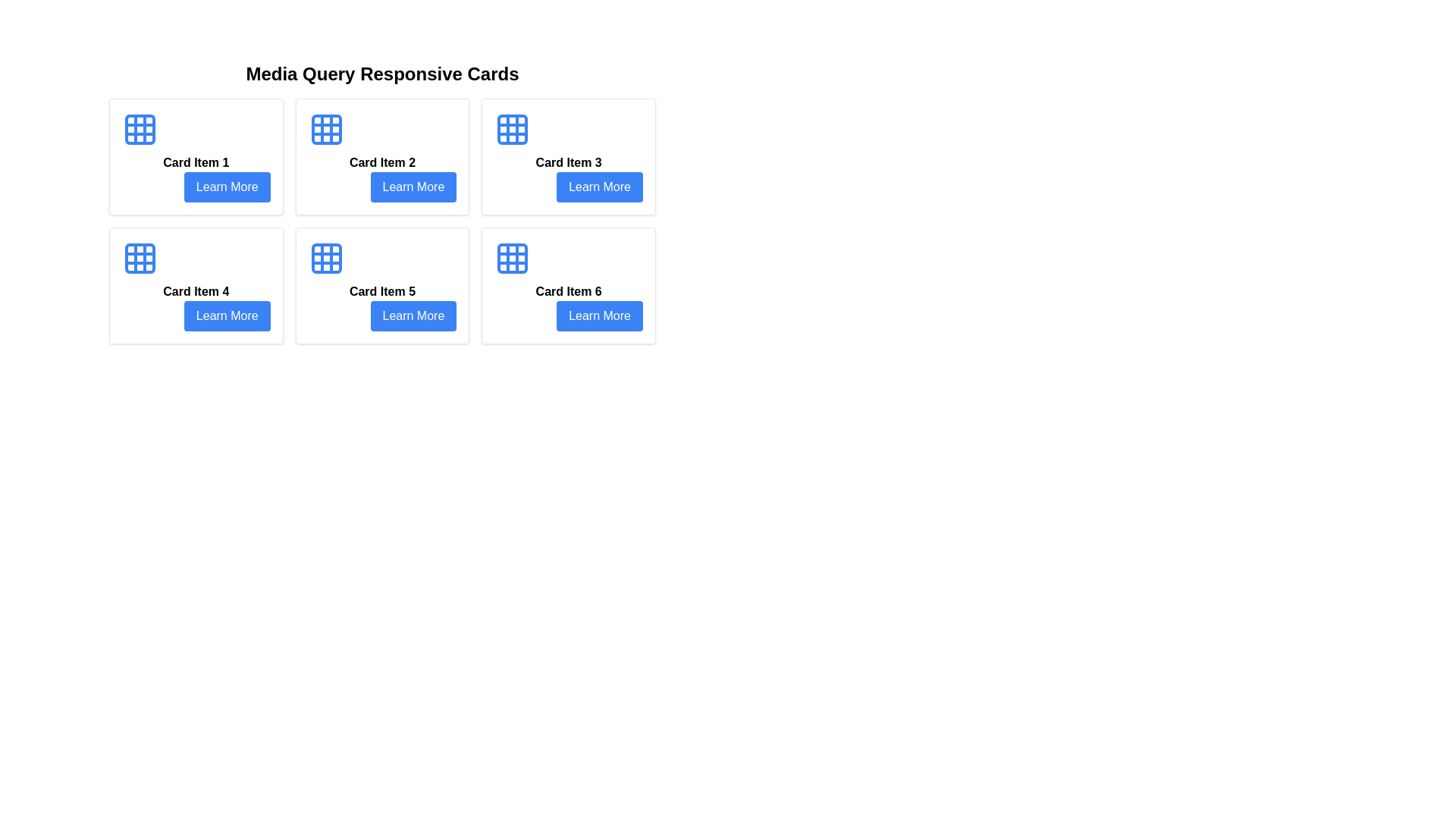 The height and width of the screenshot is (819, 1456). Describe the element at coordinates (325, 257) in the screenshot. I see `the Graphic icon component, which is the top-left cell of the 3x3 grid structure within the Card Item 5 visual icon` at that location.